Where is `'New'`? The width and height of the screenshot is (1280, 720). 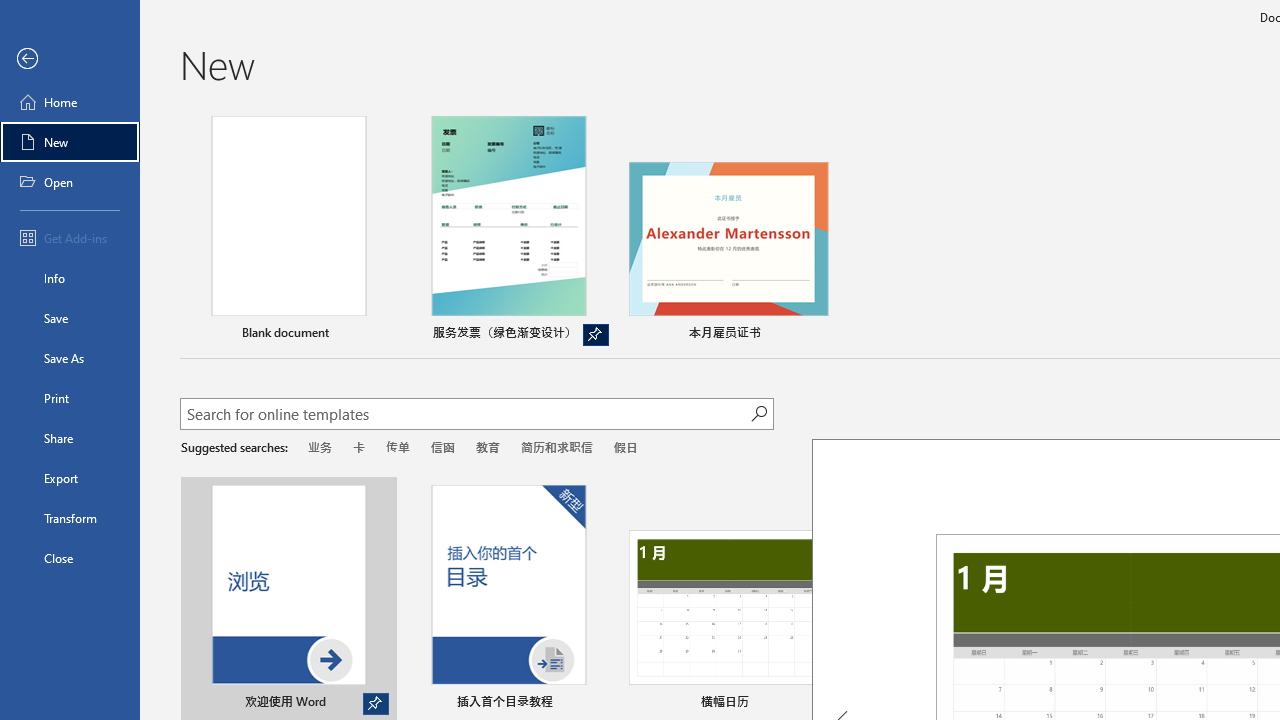 'New' is located at coordinates (69, 140).